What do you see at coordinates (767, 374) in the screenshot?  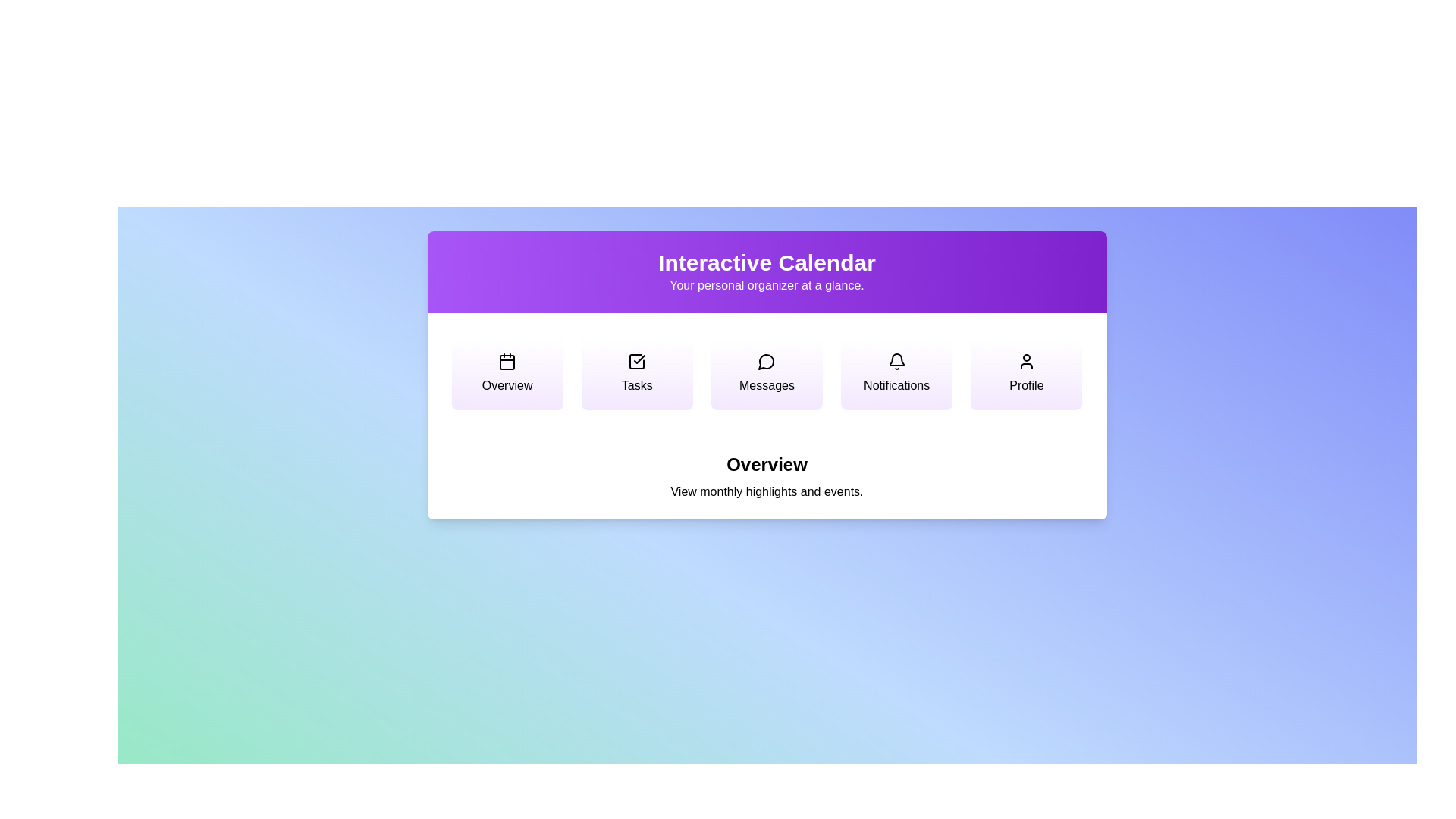 I see `the menu option Messages to view its description` at bounding box center [767, 374].